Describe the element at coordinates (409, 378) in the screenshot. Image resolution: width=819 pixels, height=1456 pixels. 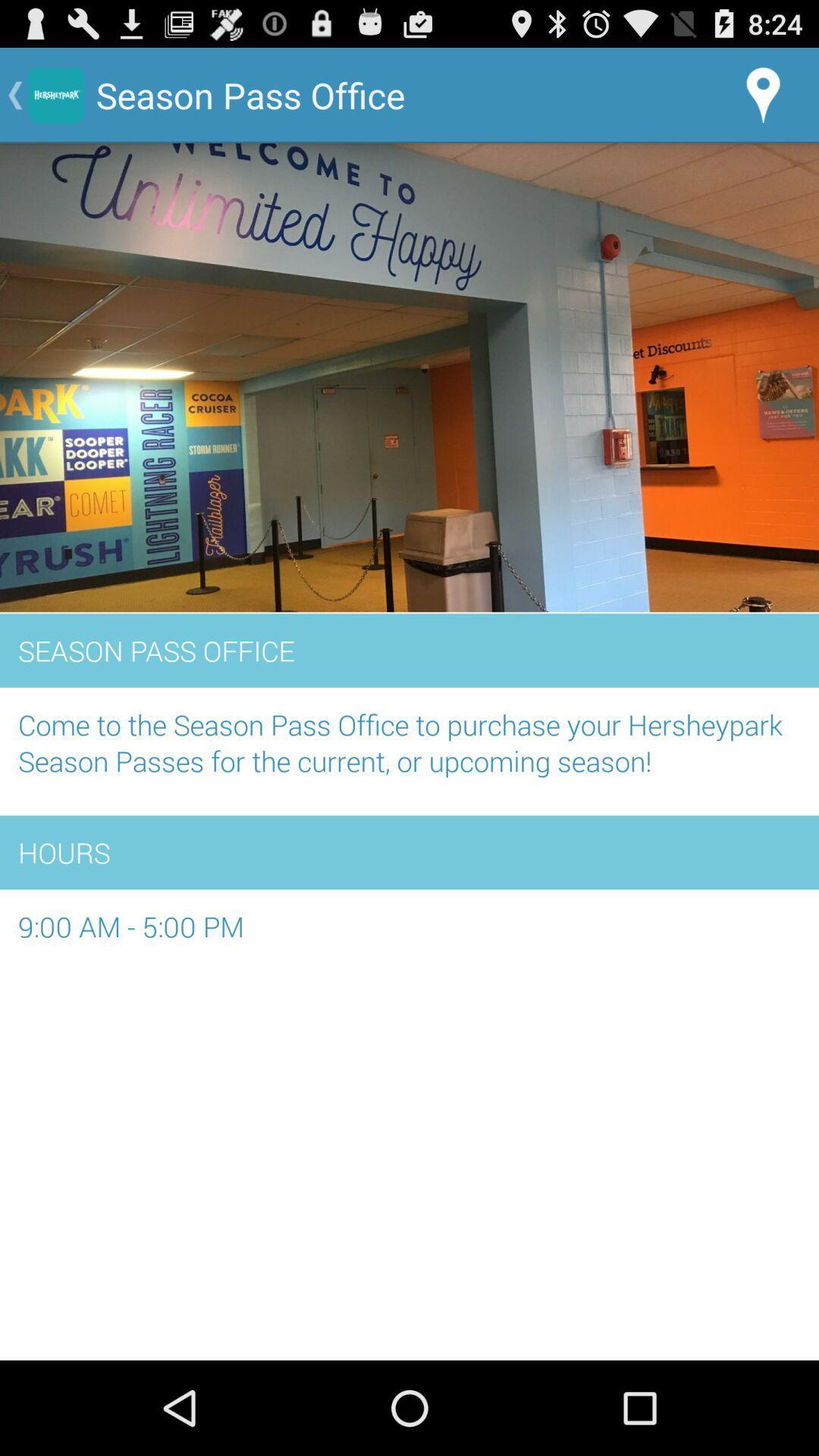
I see `the item at the top` at that location.